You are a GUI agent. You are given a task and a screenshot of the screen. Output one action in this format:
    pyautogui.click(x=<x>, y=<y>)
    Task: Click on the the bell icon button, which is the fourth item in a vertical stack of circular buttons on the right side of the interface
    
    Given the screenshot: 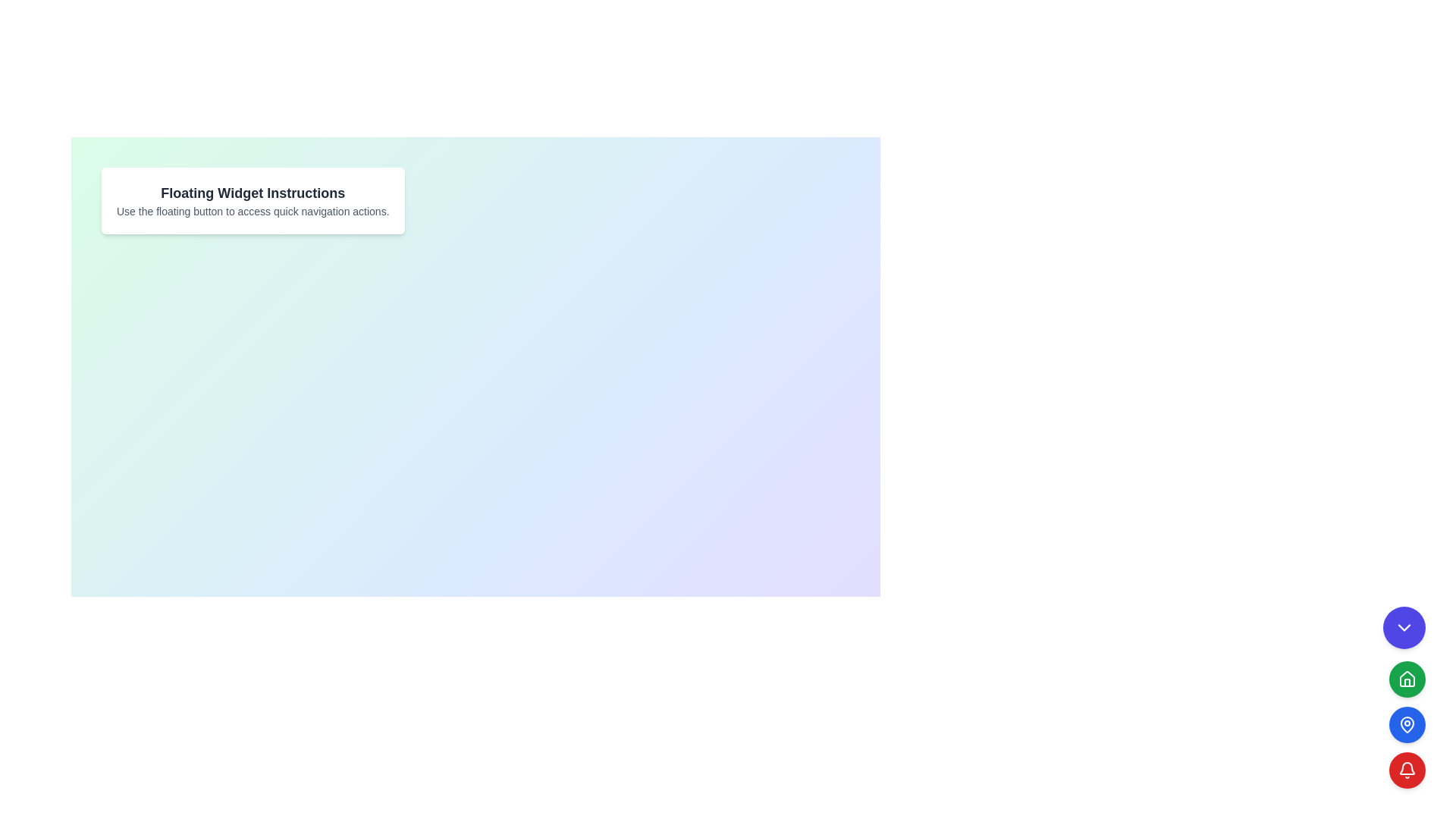 What is the action you would take?
    pyautogui.click(x=1407, y=770)
    